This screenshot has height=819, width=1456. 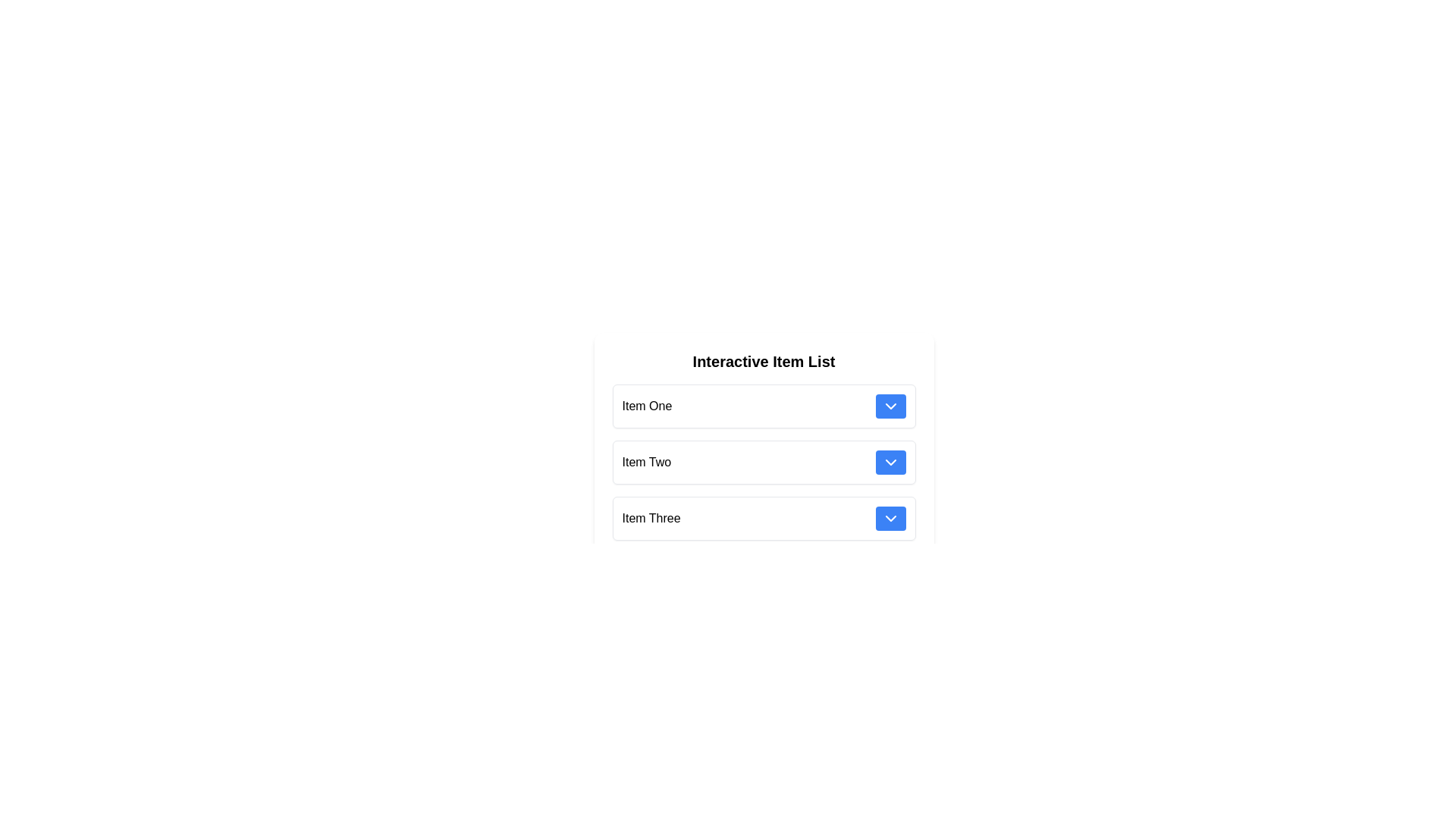 I want to click on the chevron icon in the dropdown button associated with 'Item Two', so click(x=890, y=461).